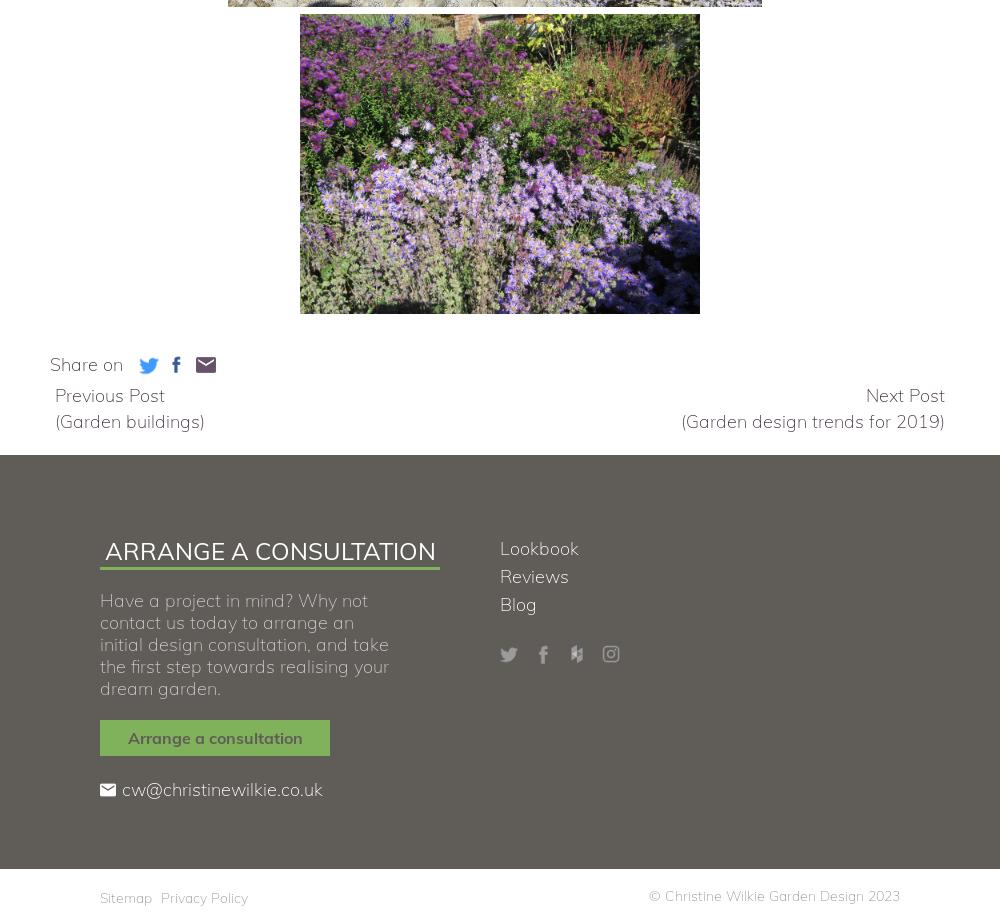 Image resolution: width=1000 pixels, height=923 pixels. Describe the element at coordinates (109, 395) in the screenshot. I see `'Previous Post'` at that location.